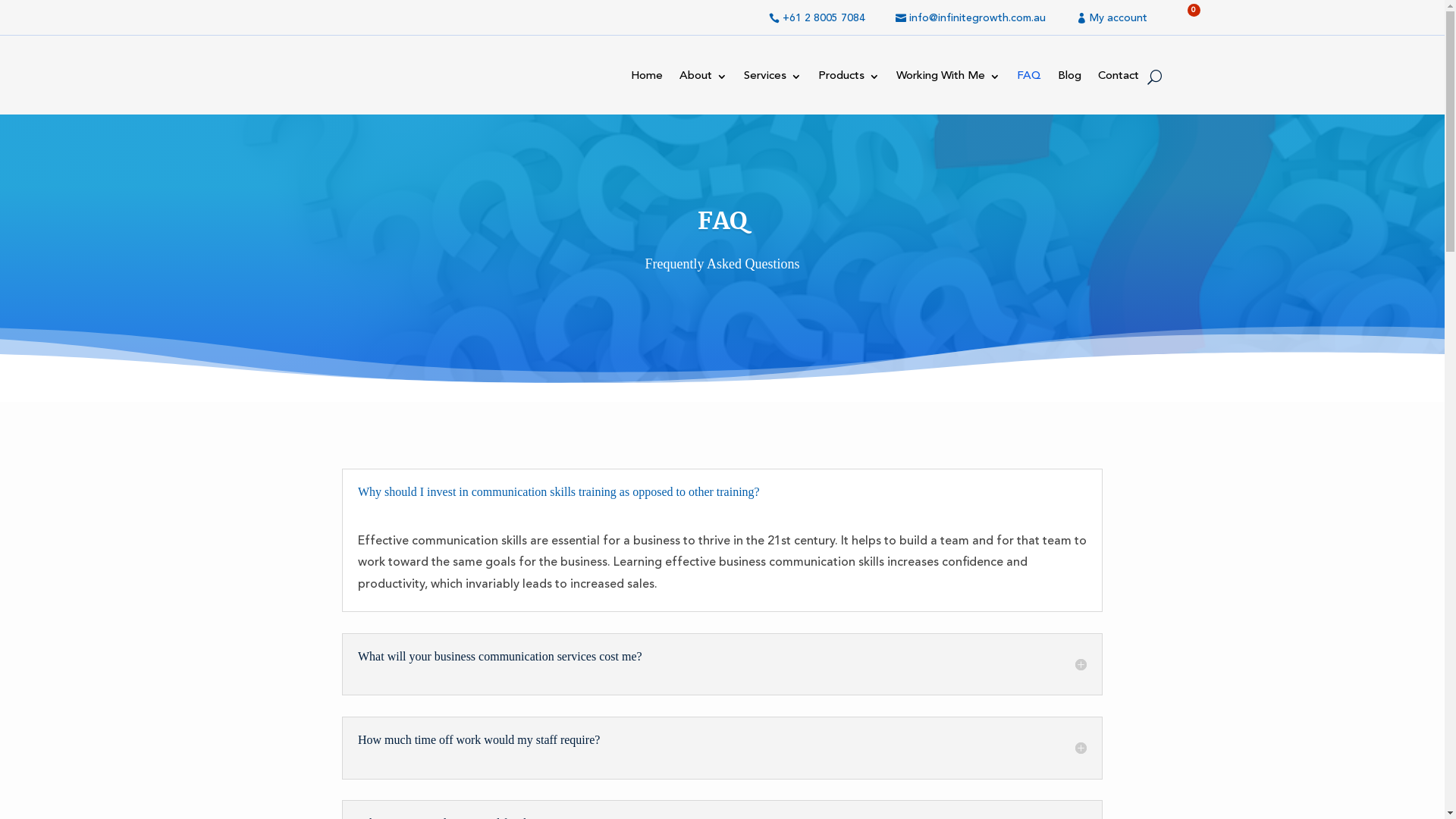 This screenshot has width=1456, height=819. Describe the element at coordinates (761, 18) in the screenshot. I see `'+61 2 8005 7084'` at that location.